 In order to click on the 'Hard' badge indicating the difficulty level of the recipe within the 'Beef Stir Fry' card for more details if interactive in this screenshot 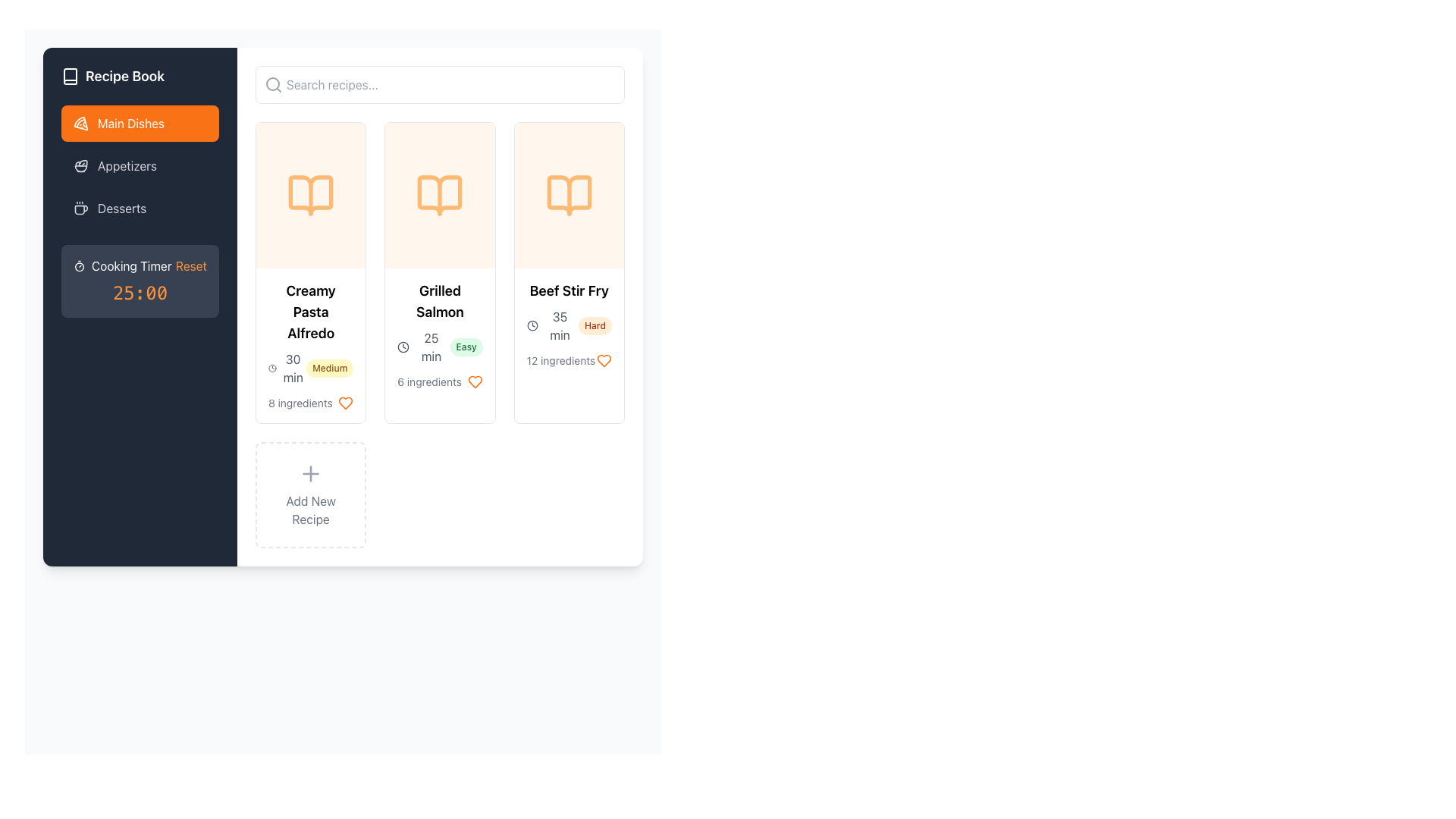, I will do `click(594, 325)`.